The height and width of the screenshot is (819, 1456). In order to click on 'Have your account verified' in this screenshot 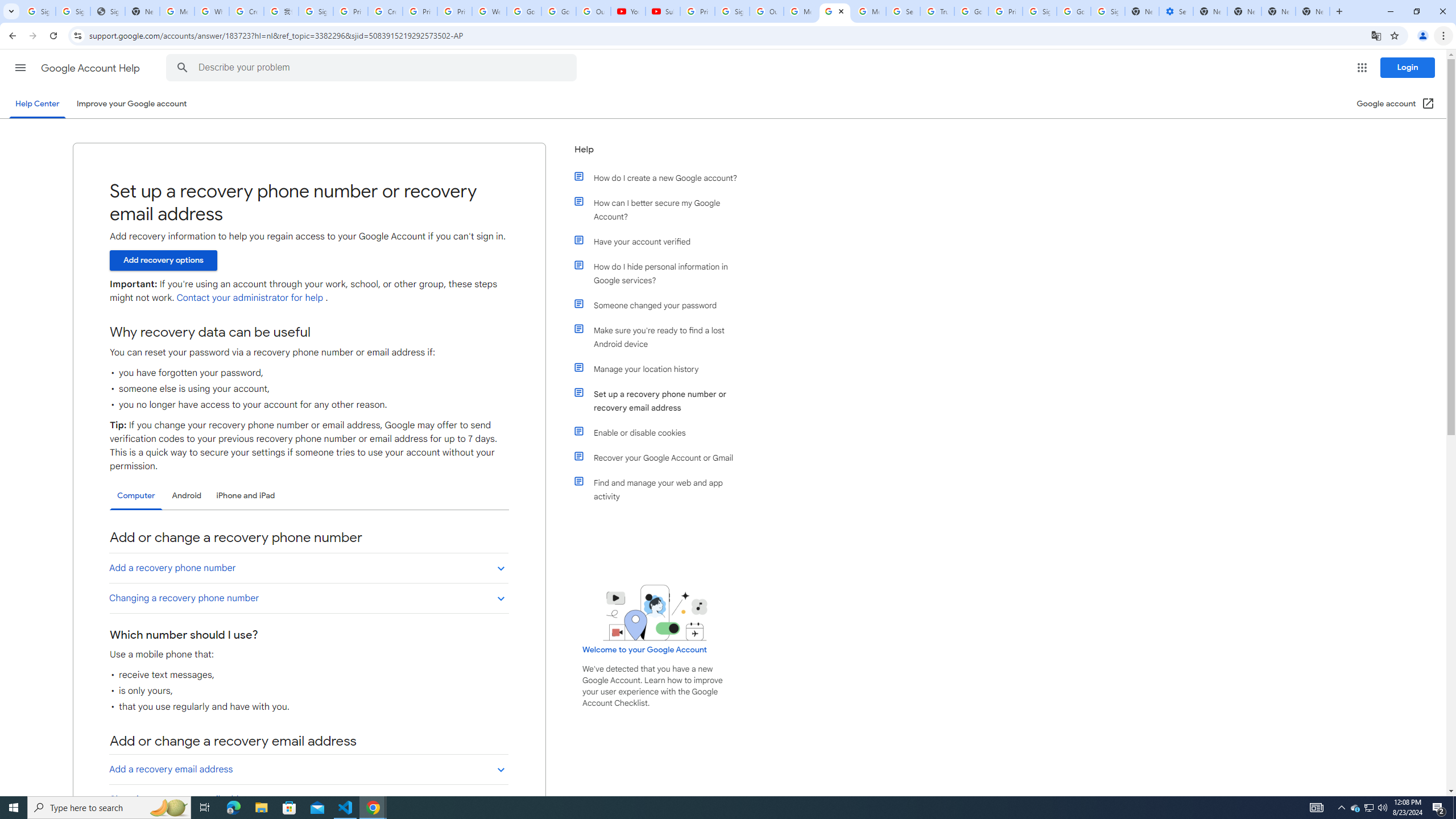, I will do `click(661, 241)`.